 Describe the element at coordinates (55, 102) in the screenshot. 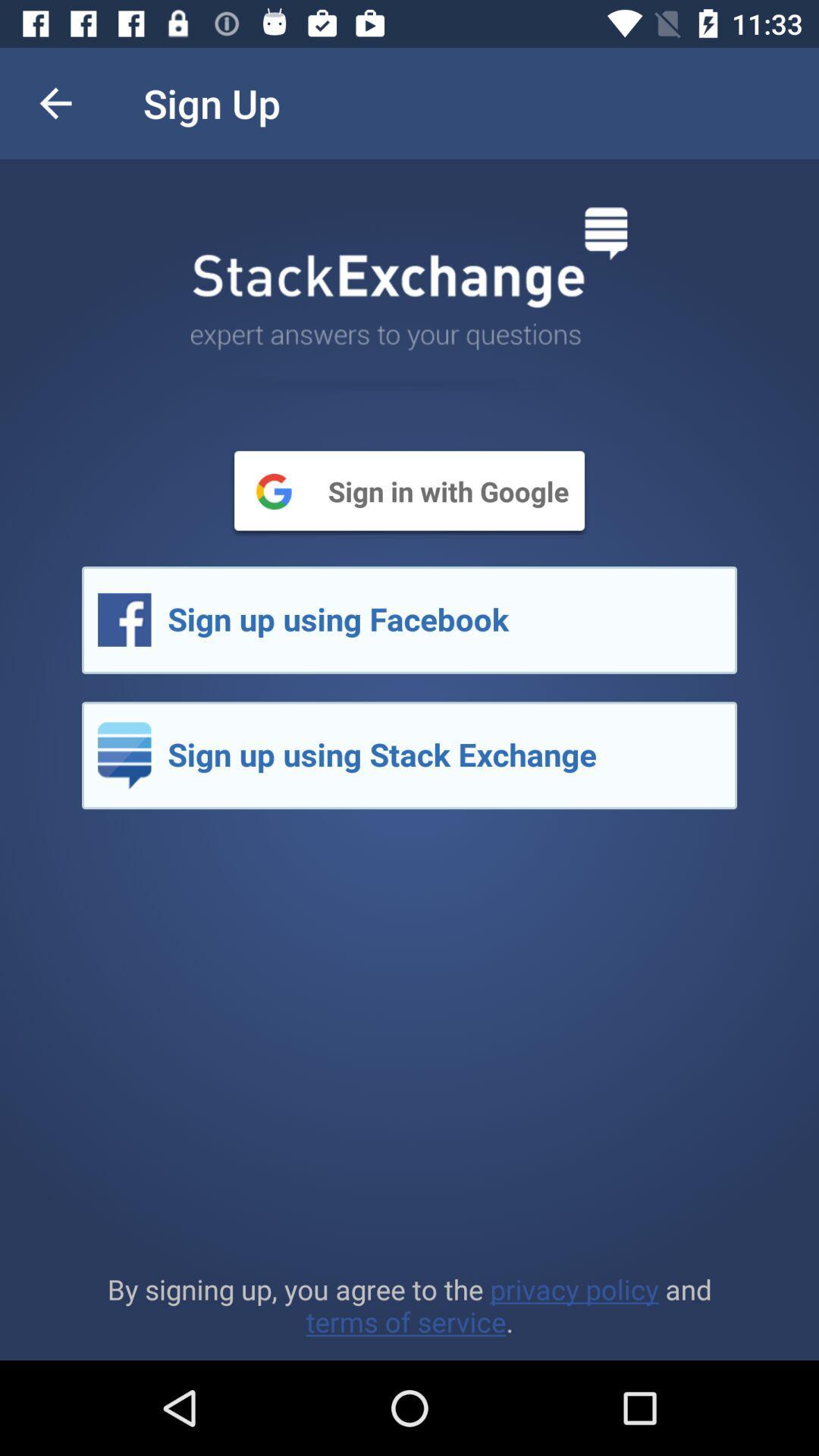

I see `the item to the left of the sign up` at that location.